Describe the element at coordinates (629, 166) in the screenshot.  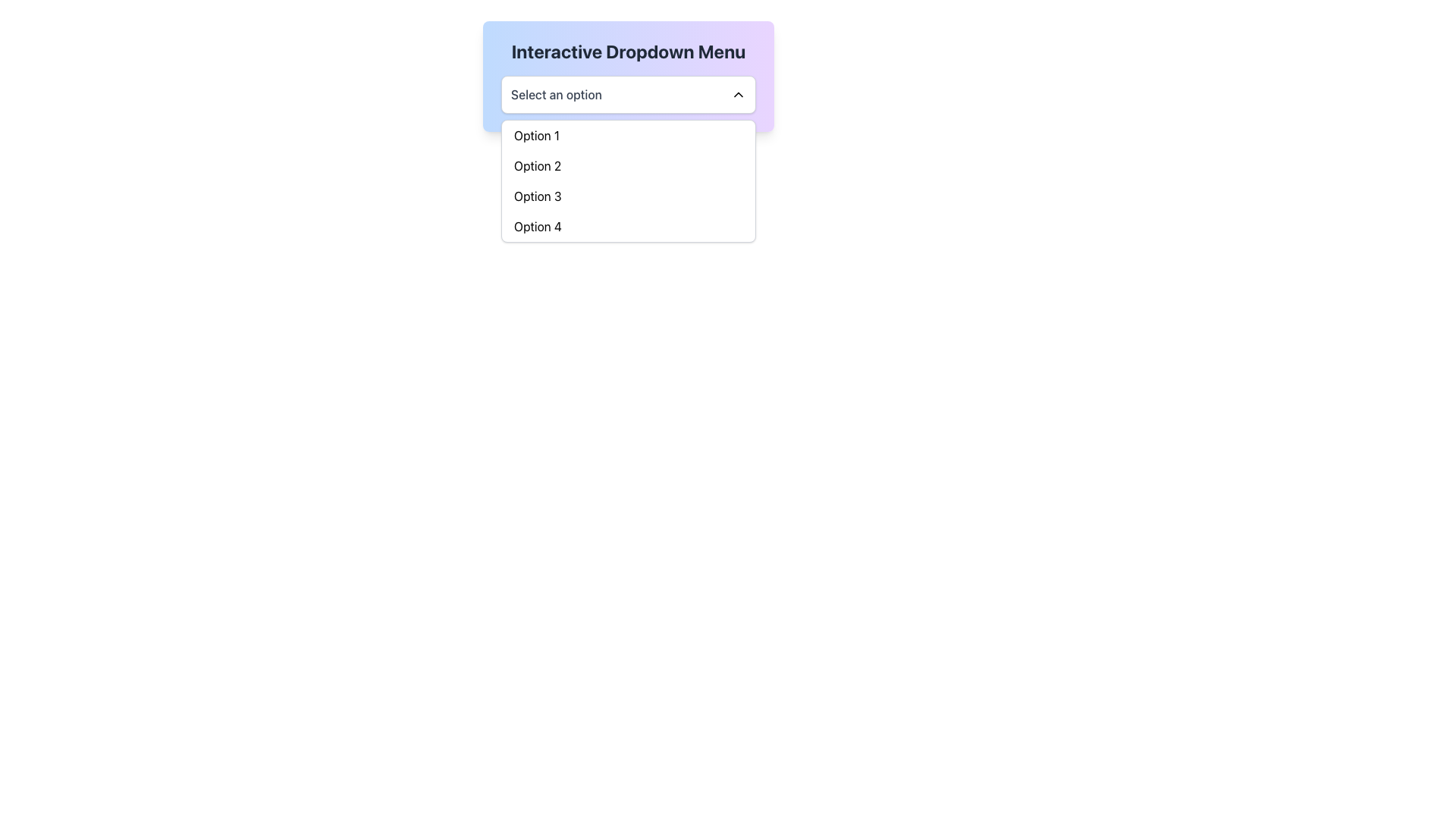
I see `the second selectable option in the dropdown menu` at that location.